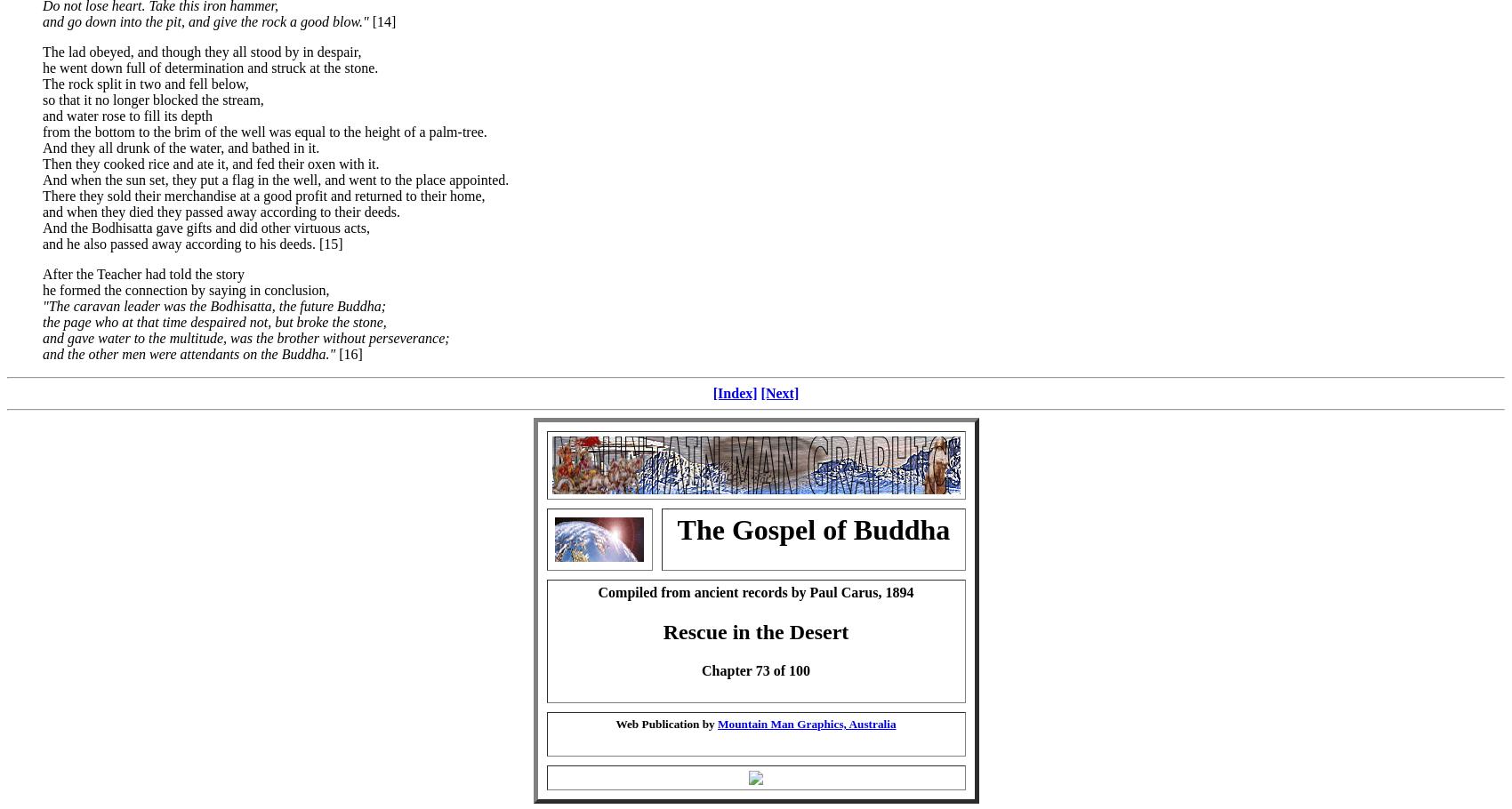 This screenshot has width=1512, height=809. Describe the element at coordinates (42, 289) in the screenshot. I see `'he formed the  connection  by saying  in  conclusion,'` at that location.